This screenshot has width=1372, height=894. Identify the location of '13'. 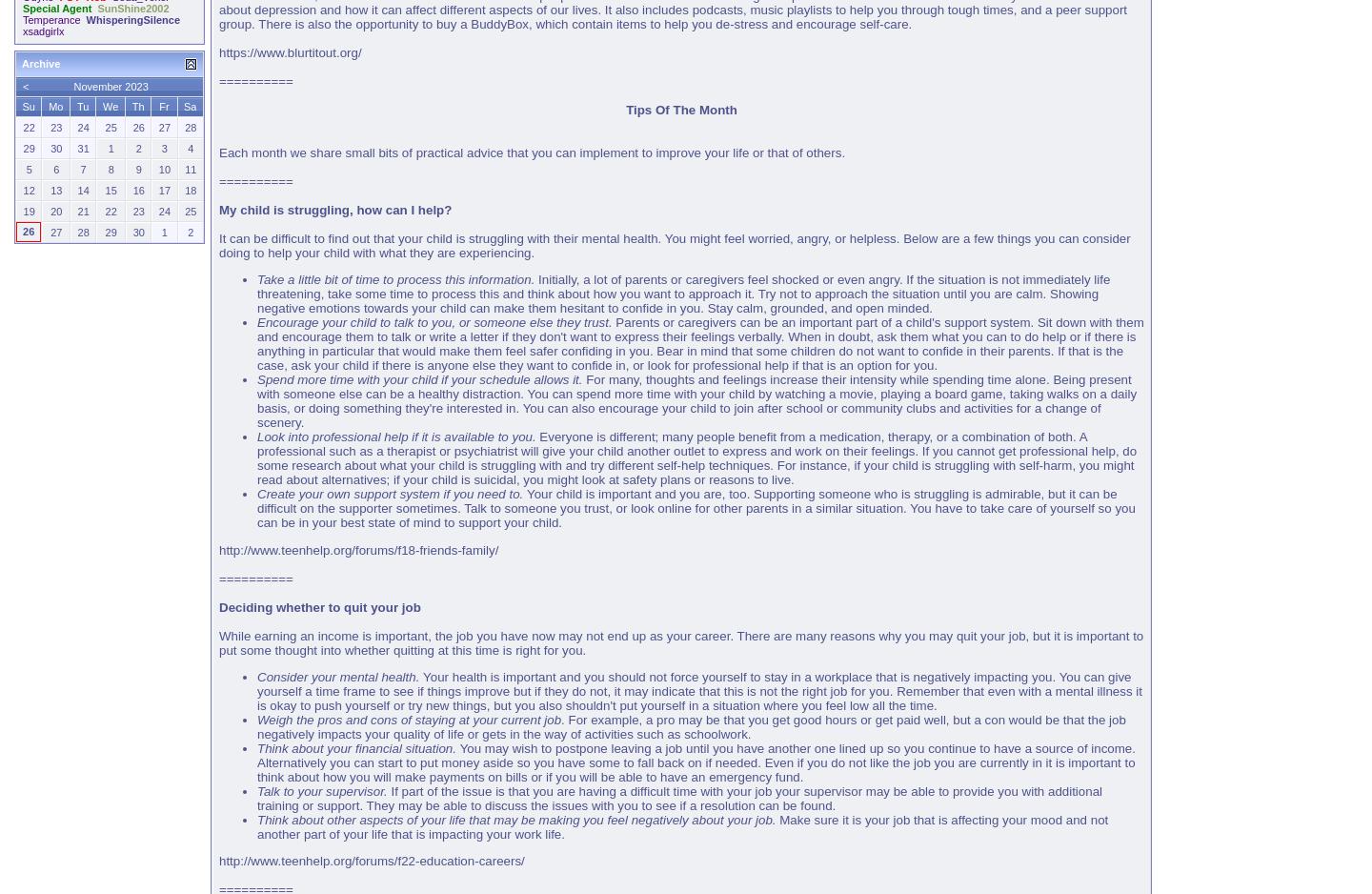
(49, 189).